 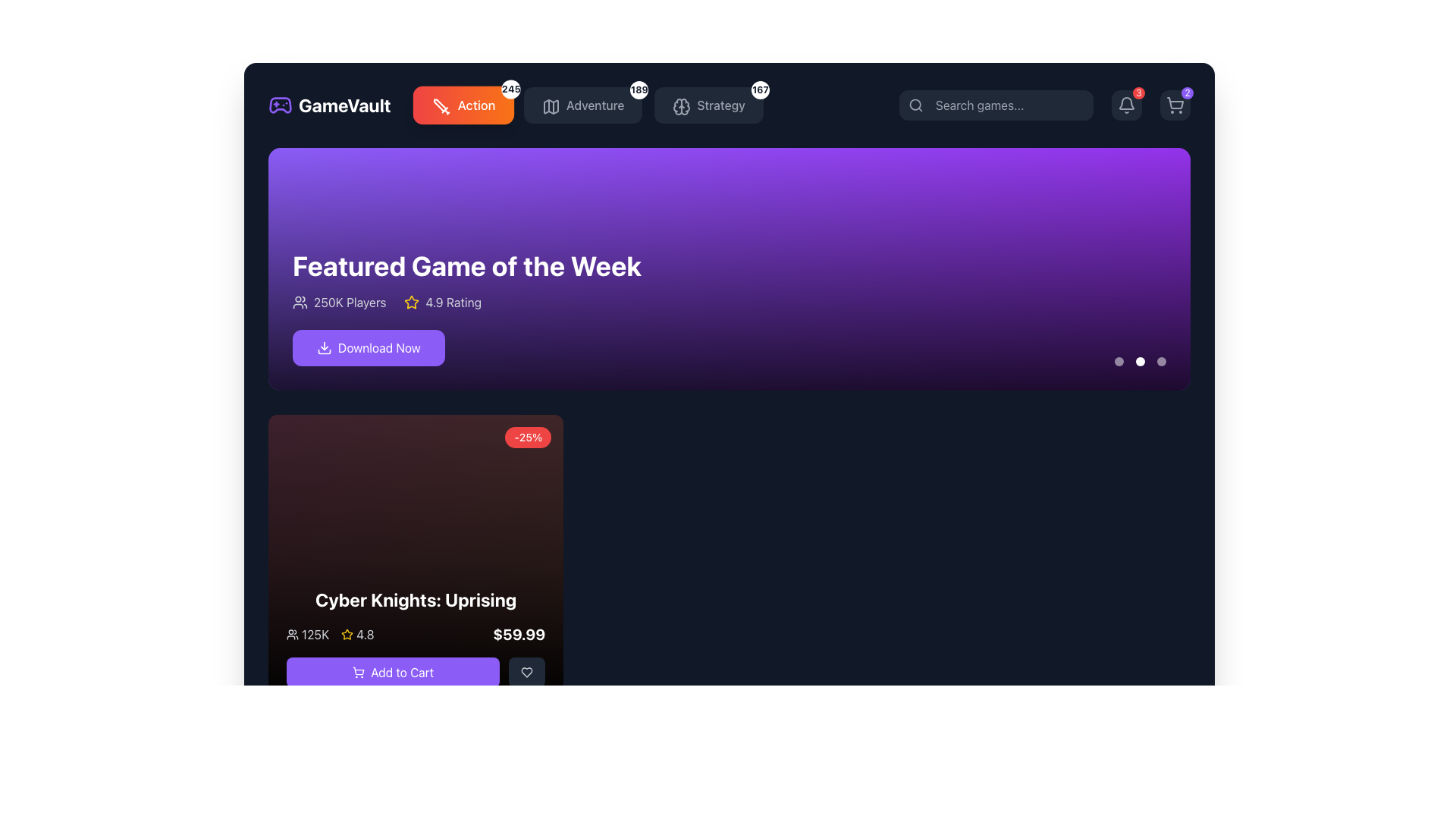 What do you see at coordinates (761, 90) in the screenshot?
I see `text displayed in the small circular badge with a white background and bold black text showing the number '167', located in the top-right corner of the 'Strategy' section in the navigation bar` at bounding box center [761, 90].